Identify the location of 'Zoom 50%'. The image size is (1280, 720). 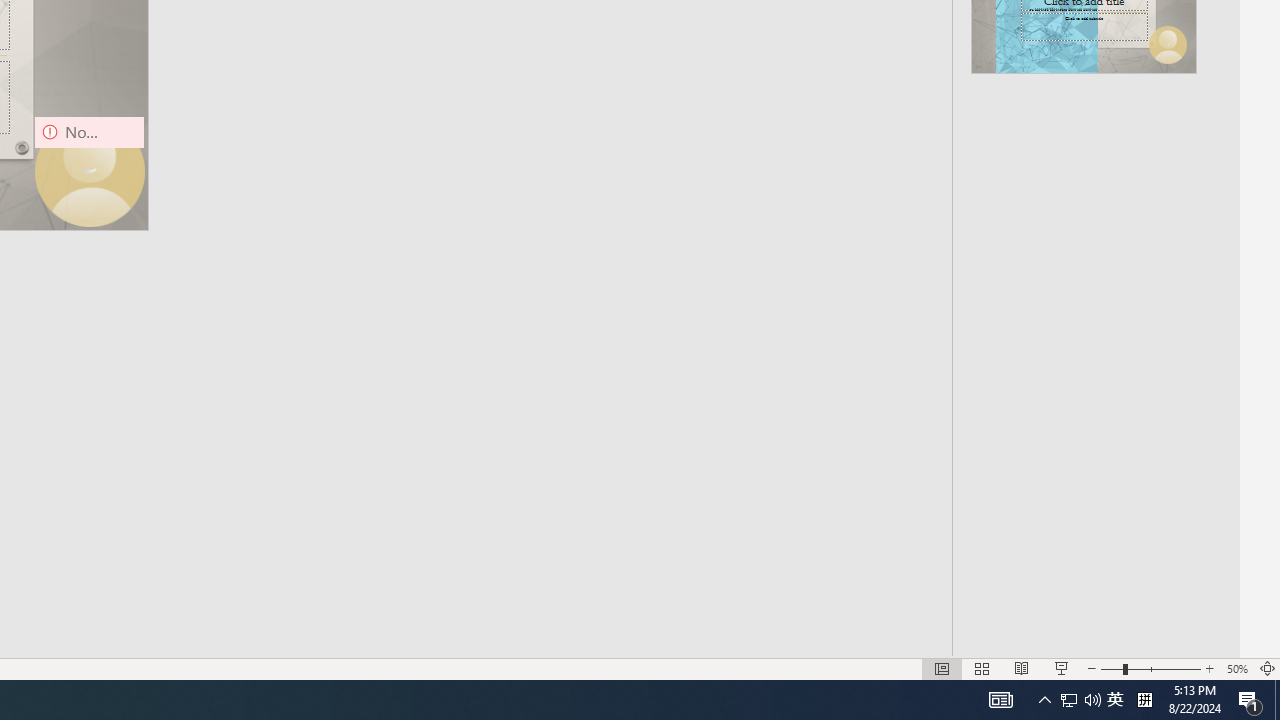
(1236, 669).